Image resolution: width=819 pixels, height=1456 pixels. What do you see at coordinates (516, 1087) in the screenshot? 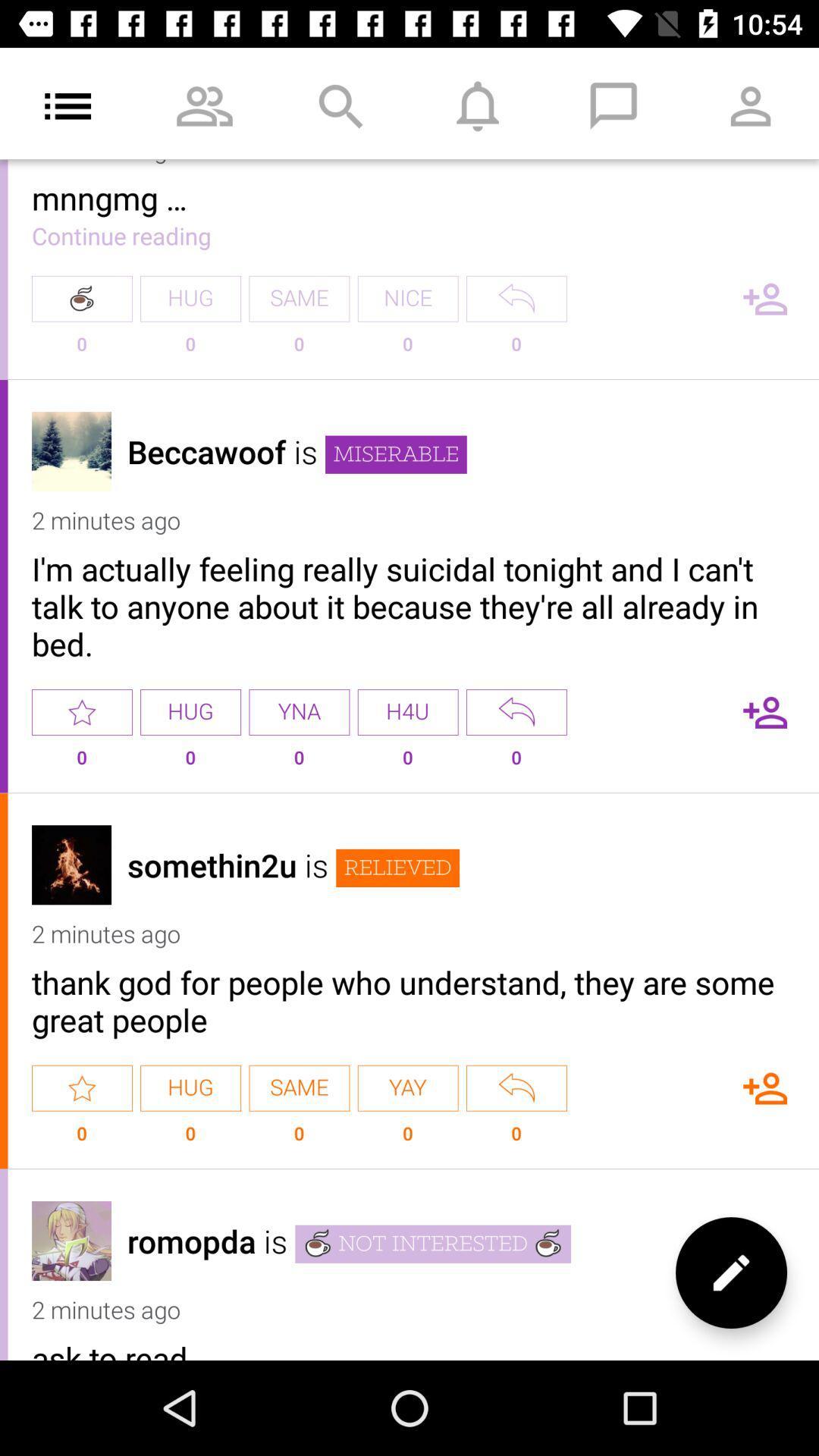
I see `expression button` at bounding box center [516, 1087].